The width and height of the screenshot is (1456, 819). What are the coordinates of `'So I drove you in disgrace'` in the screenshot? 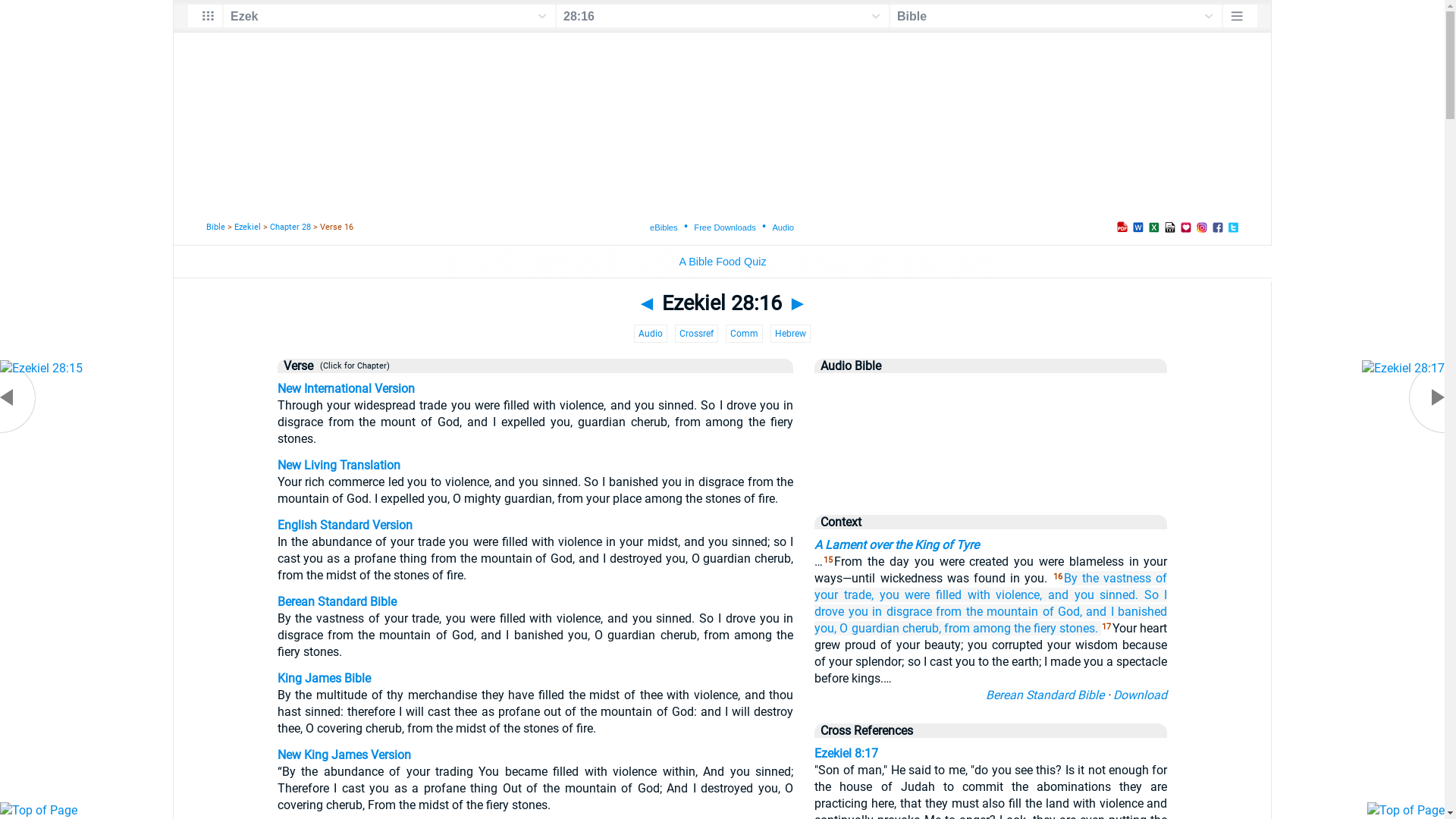 It's located at (990, 602).